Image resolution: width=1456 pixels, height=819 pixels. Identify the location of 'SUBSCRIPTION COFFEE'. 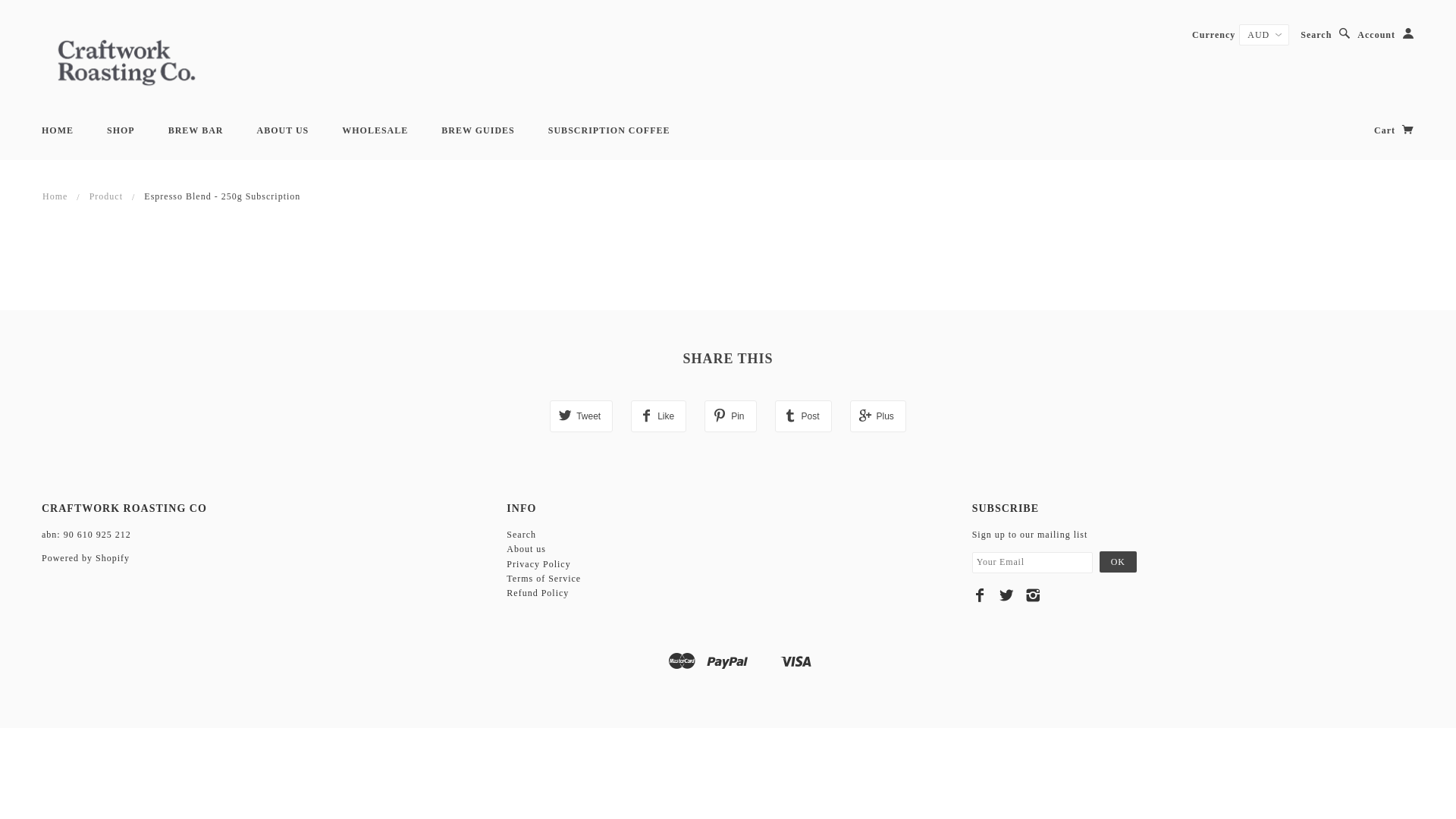
(609, 130).